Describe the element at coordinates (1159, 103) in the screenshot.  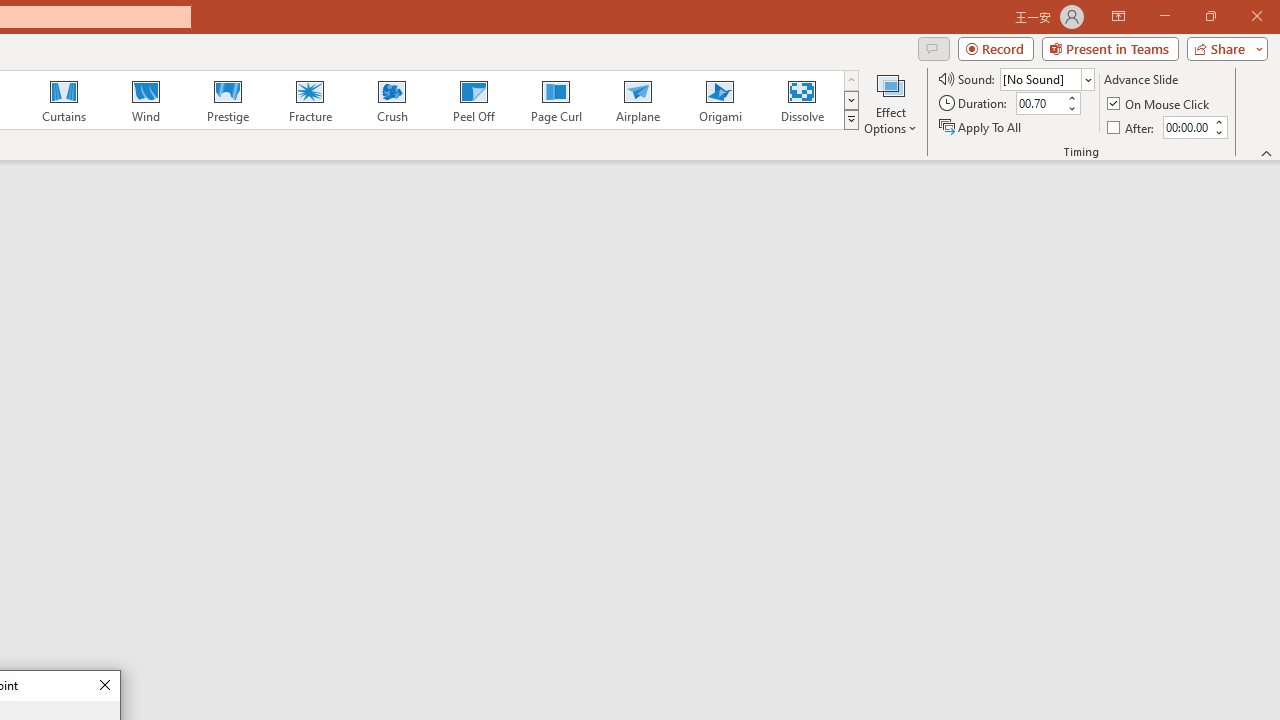
I see `'On Mouse Click'` at that location.